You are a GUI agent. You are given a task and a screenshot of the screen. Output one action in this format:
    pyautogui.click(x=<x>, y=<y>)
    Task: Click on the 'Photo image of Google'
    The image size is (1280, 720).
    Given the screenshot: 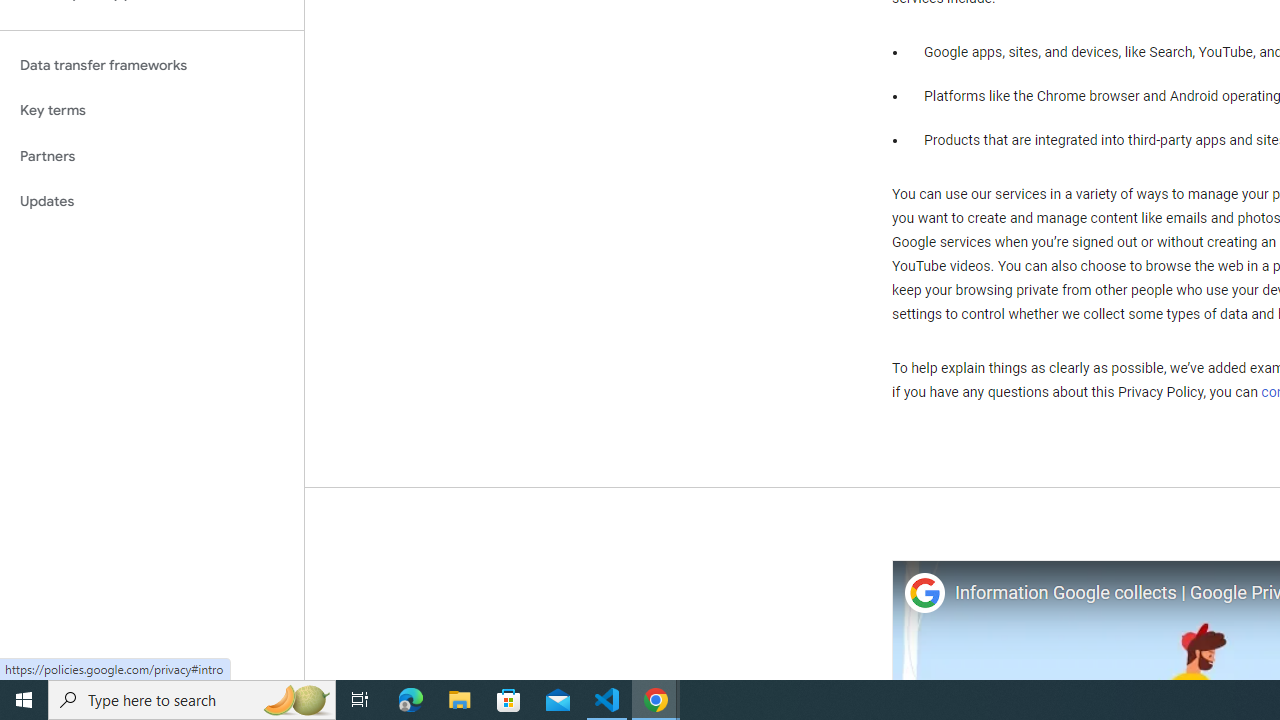 What is the action you would take?
    pyautogui.click(x=923, y=592)
    